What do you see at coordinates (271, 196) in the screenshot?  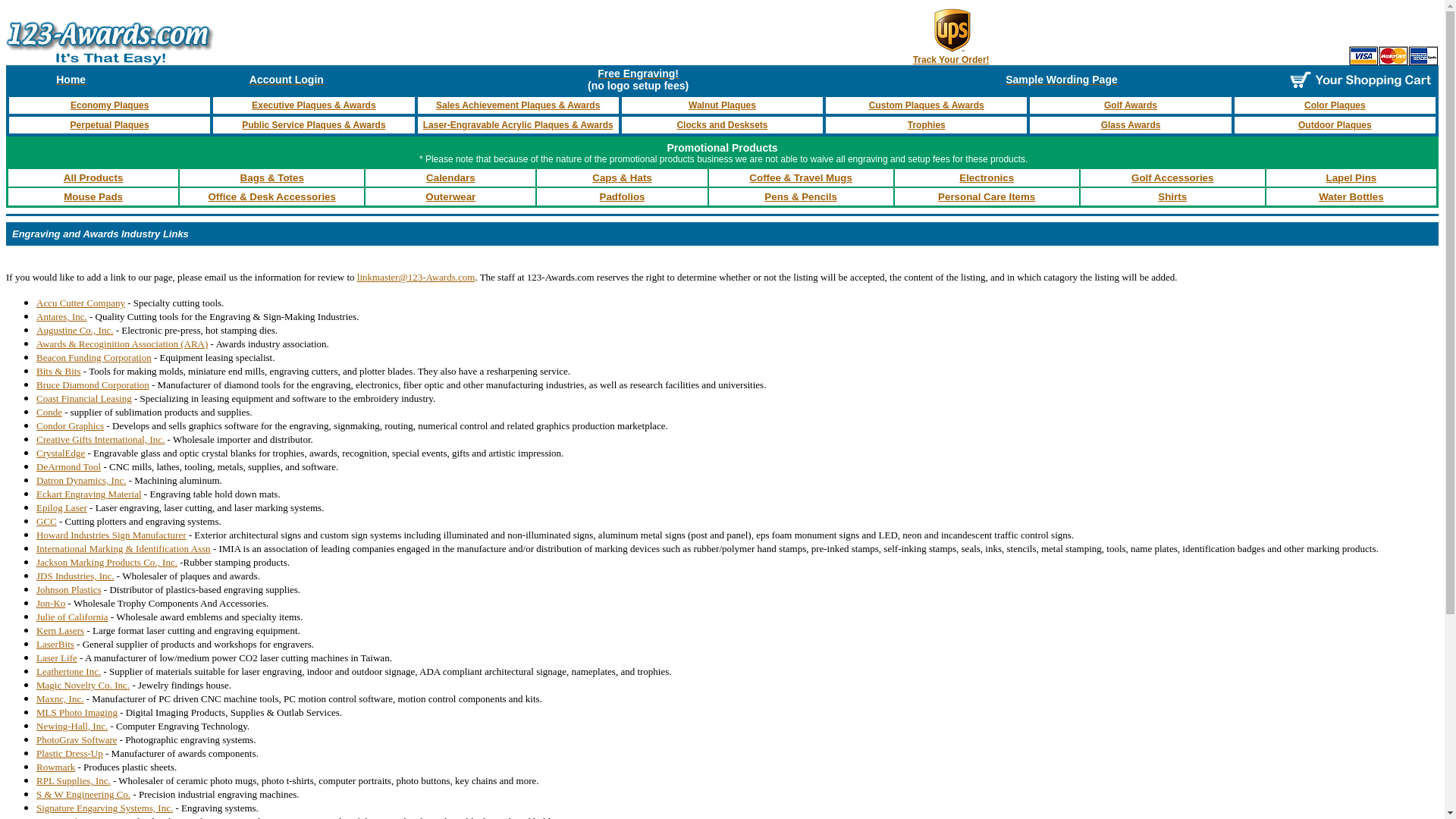 I see `'Office & Desk Accessories'` at bounding box center [271, 196].